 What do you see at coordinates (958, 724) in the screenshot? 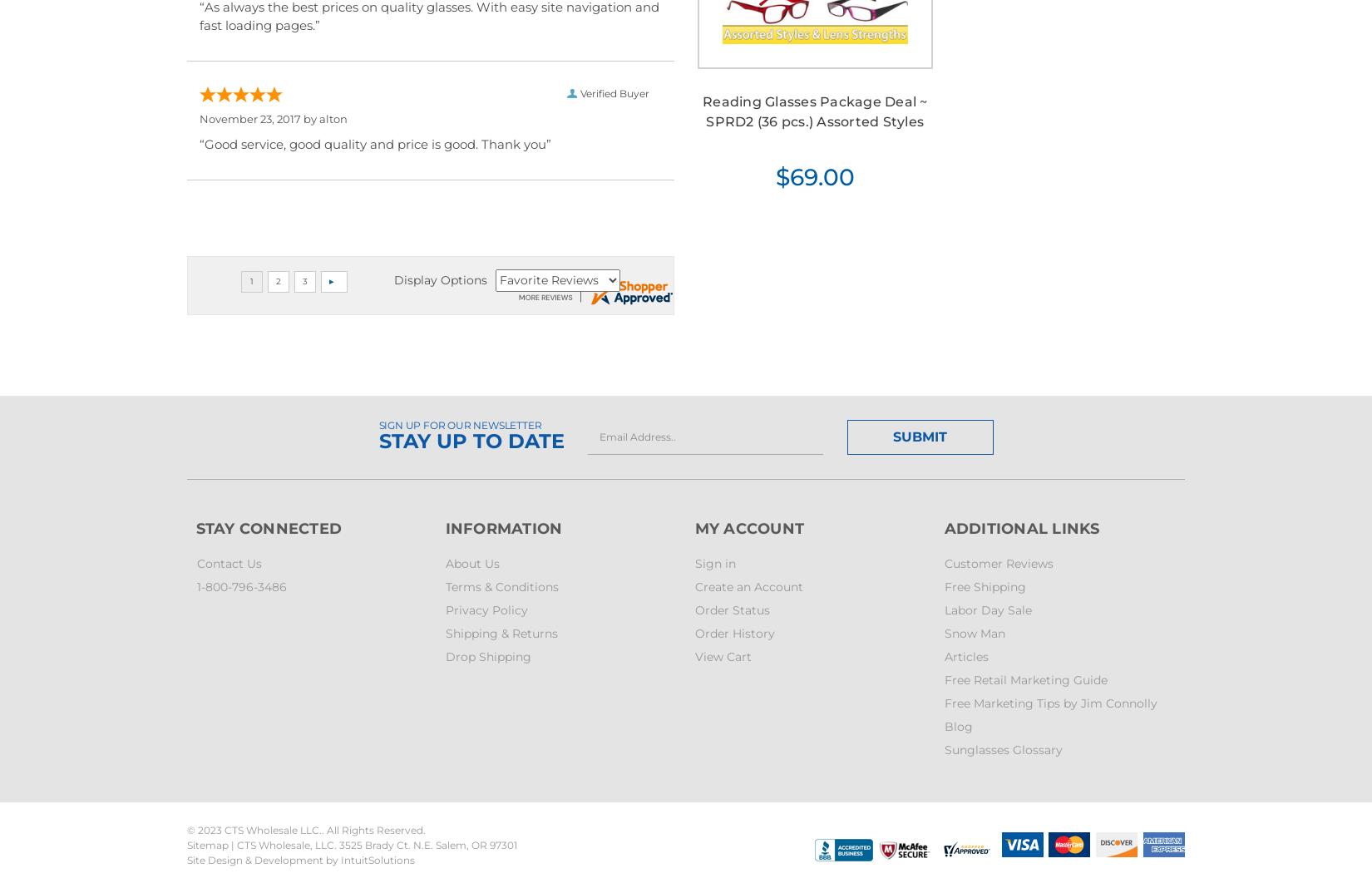
I see `'Blog'` at bounding box center [958, 724].